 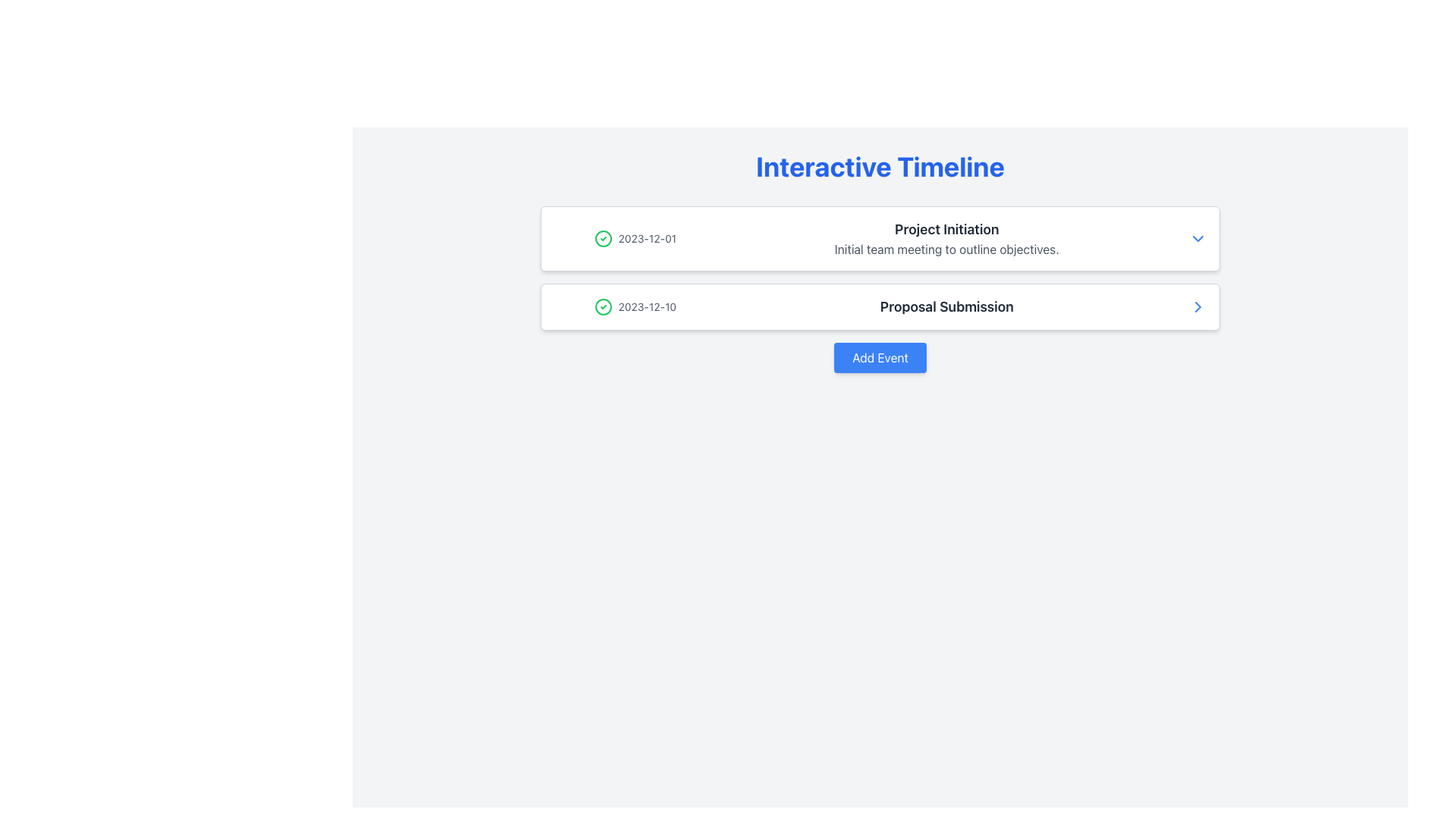 What do you see at coordinates (647, 239) in the screenshot?
I see `the text label displaying the date '2023-12-01' which is adjacent to a green checkmark icon in the first timeline entry` at bounding box center [647, 239].